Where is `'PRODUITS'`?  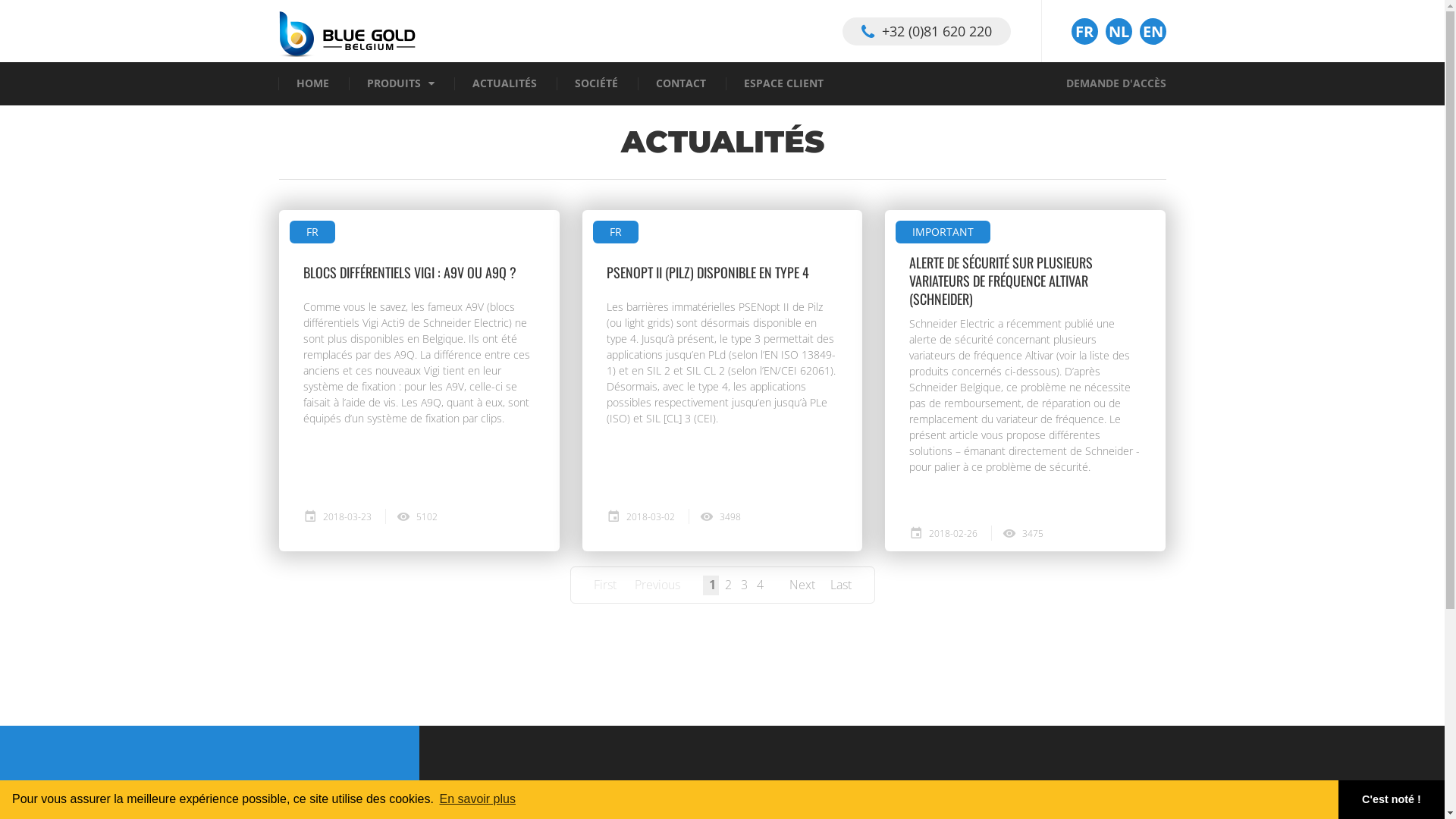 'PRODUITS' is located at coordinates (394, 83).